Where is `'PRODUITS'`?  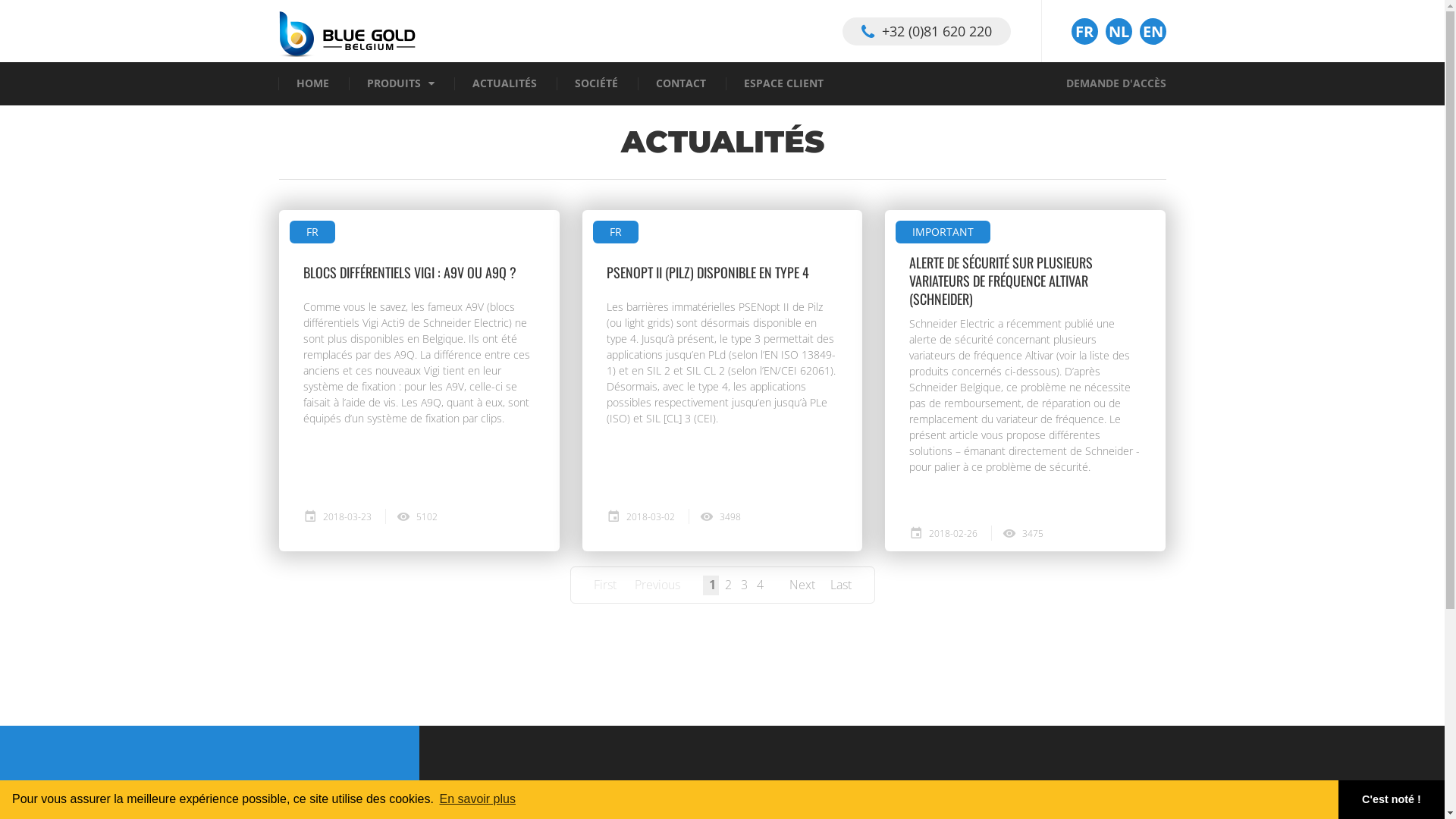 'PRODUITS' is located at coordinates (394, 83).